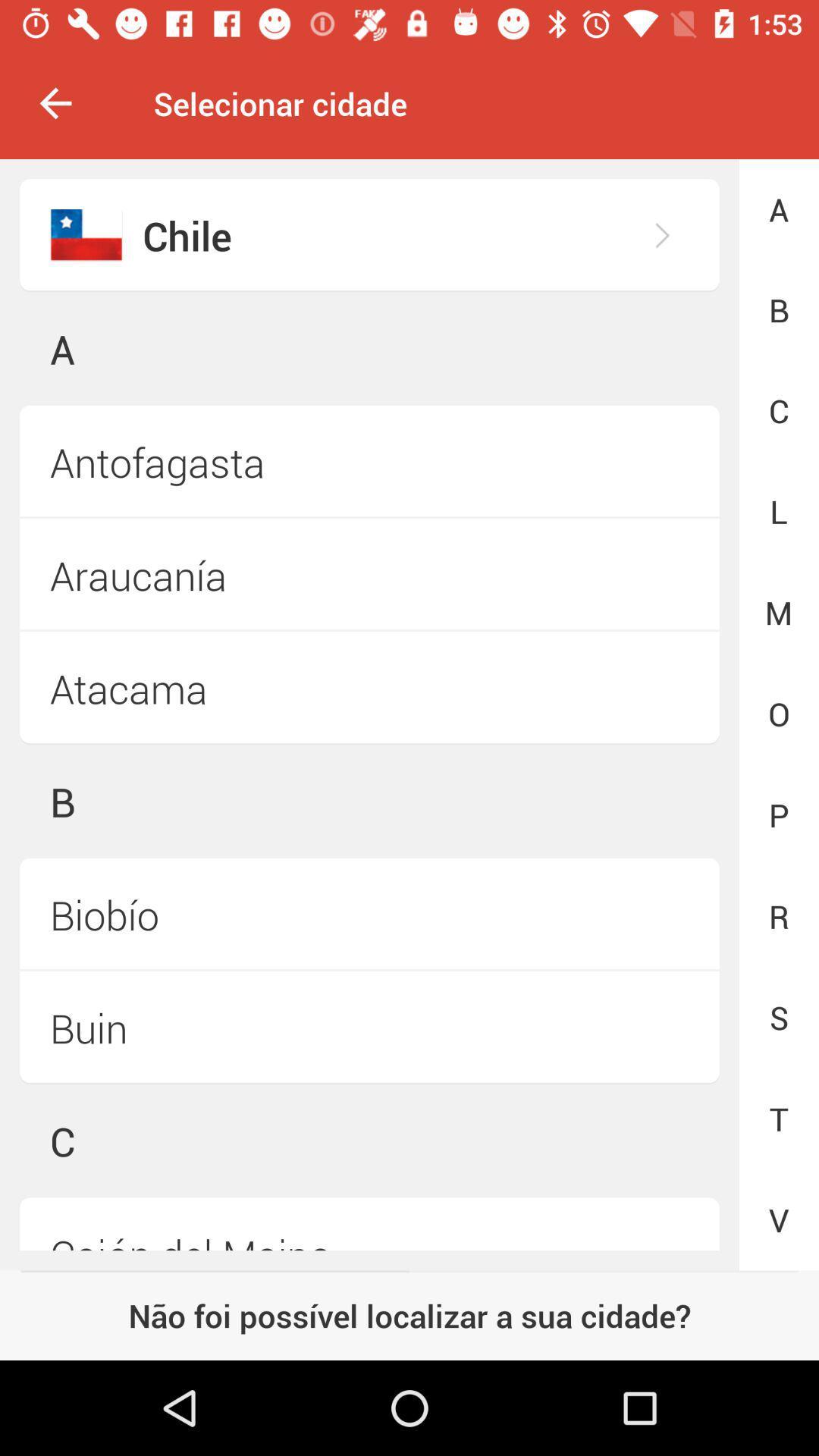  I want to click on atacama icon, so click(369, 687).